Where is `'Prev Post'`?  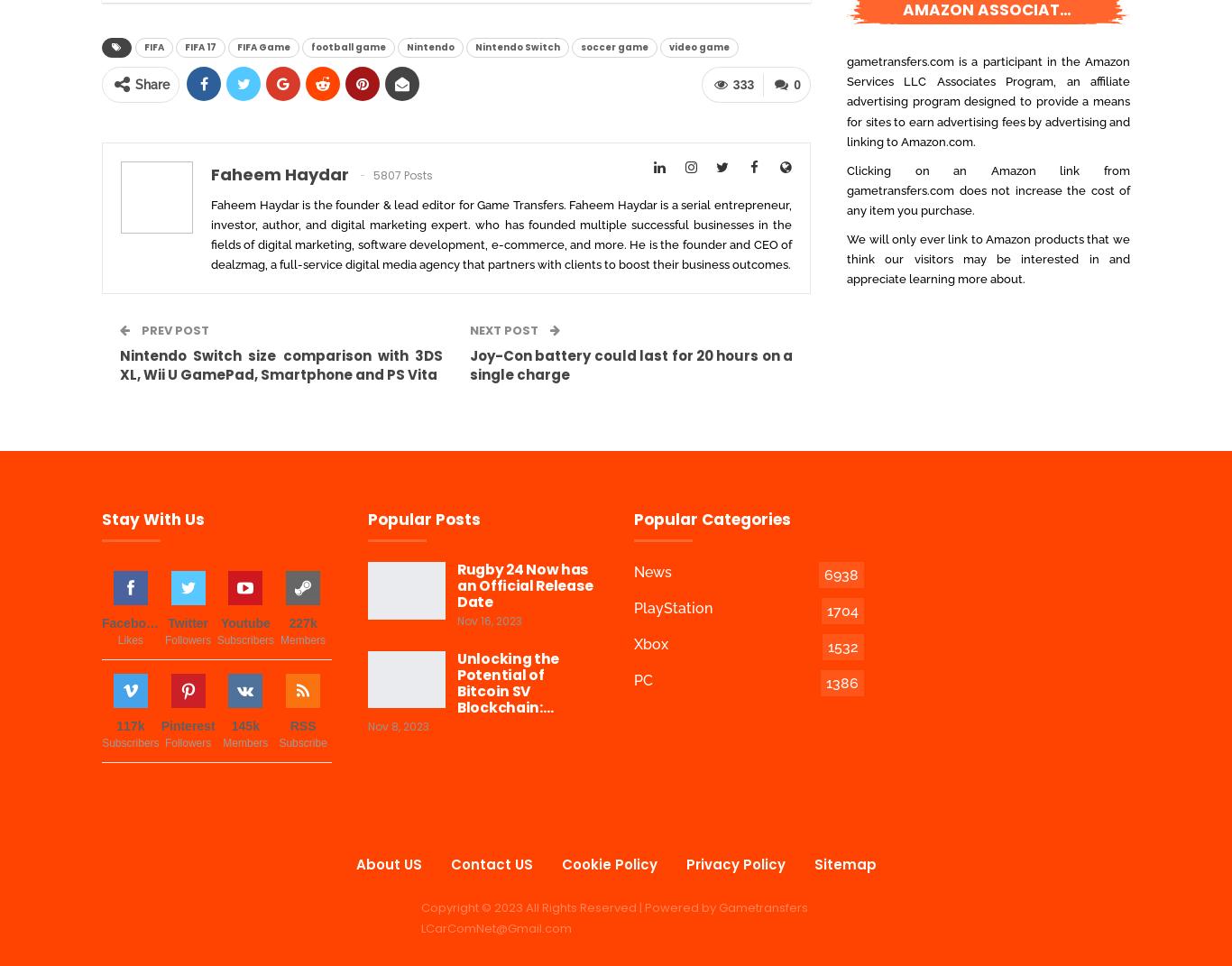
'Prev Post' is located at coordinates (173, 329).